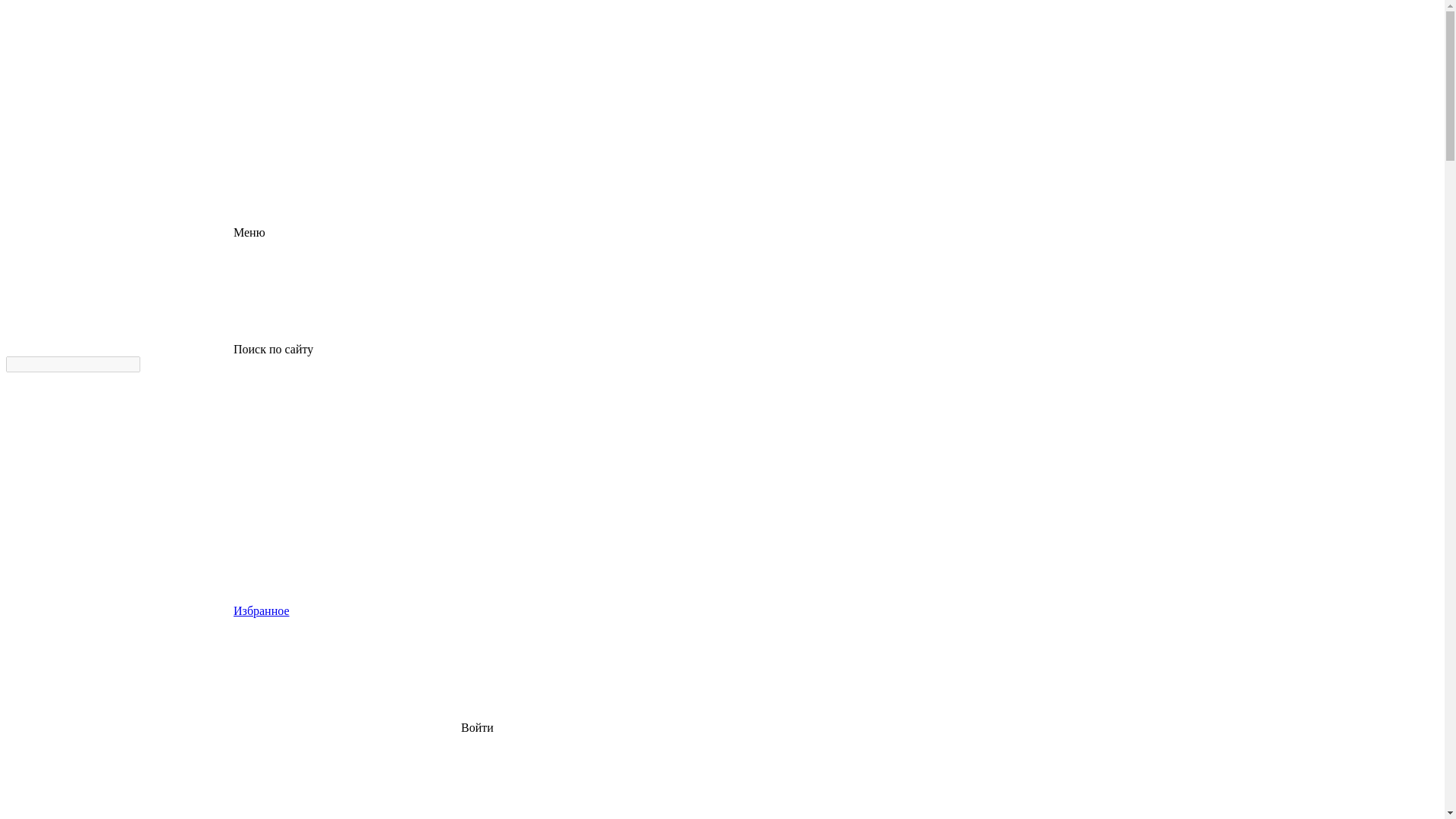 This screenshot has height=819, width=1456. What do you see at coordinates (119, 62) in the screenshot?
I see `'logo'` at bounding box center [119, 62].